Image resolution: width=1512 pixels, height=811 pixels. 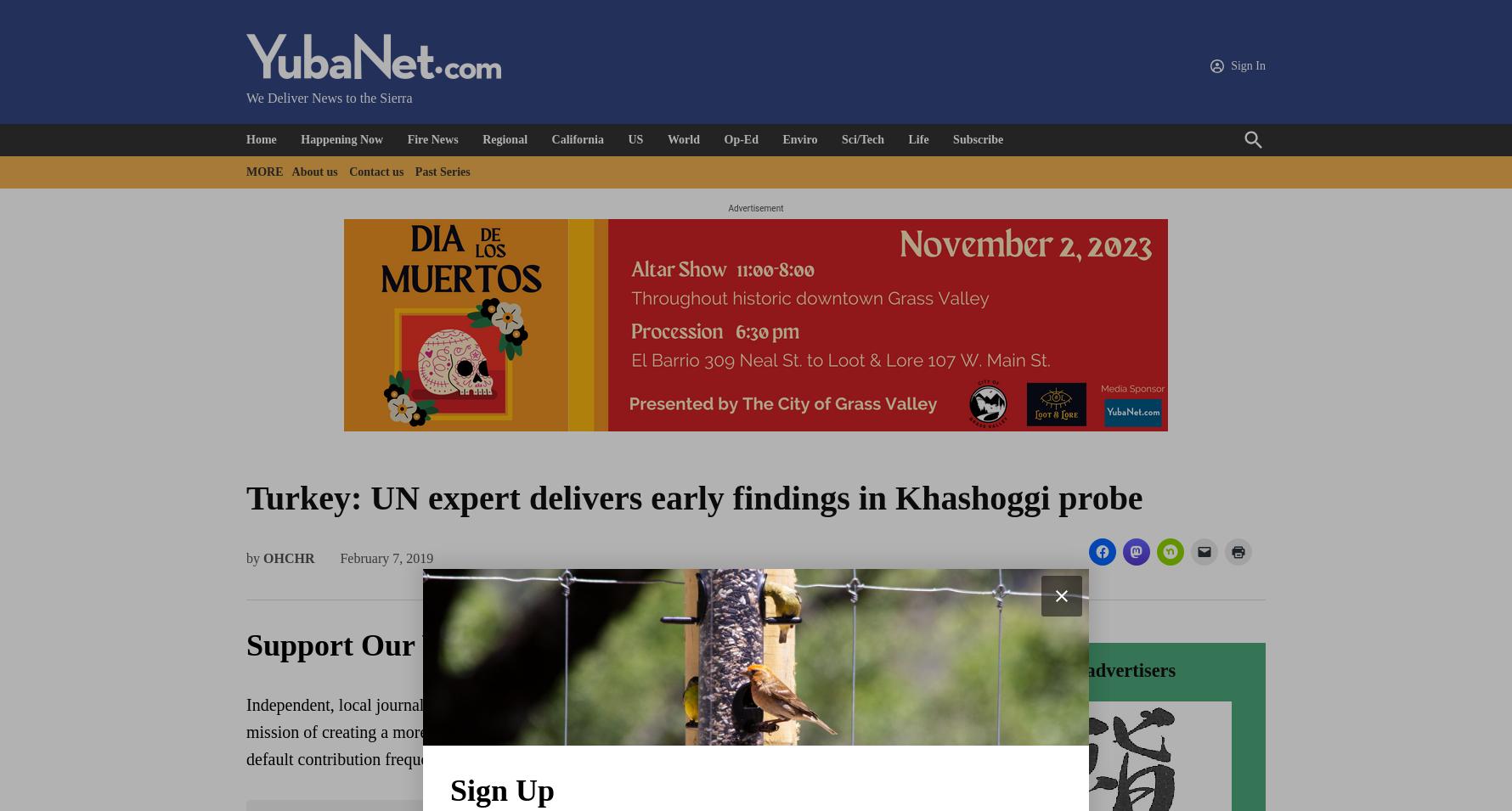 What do you see at coordinates (1356, 111) in the screenshot?
I see `'Oldest'` at bounding box center [1356, 111].